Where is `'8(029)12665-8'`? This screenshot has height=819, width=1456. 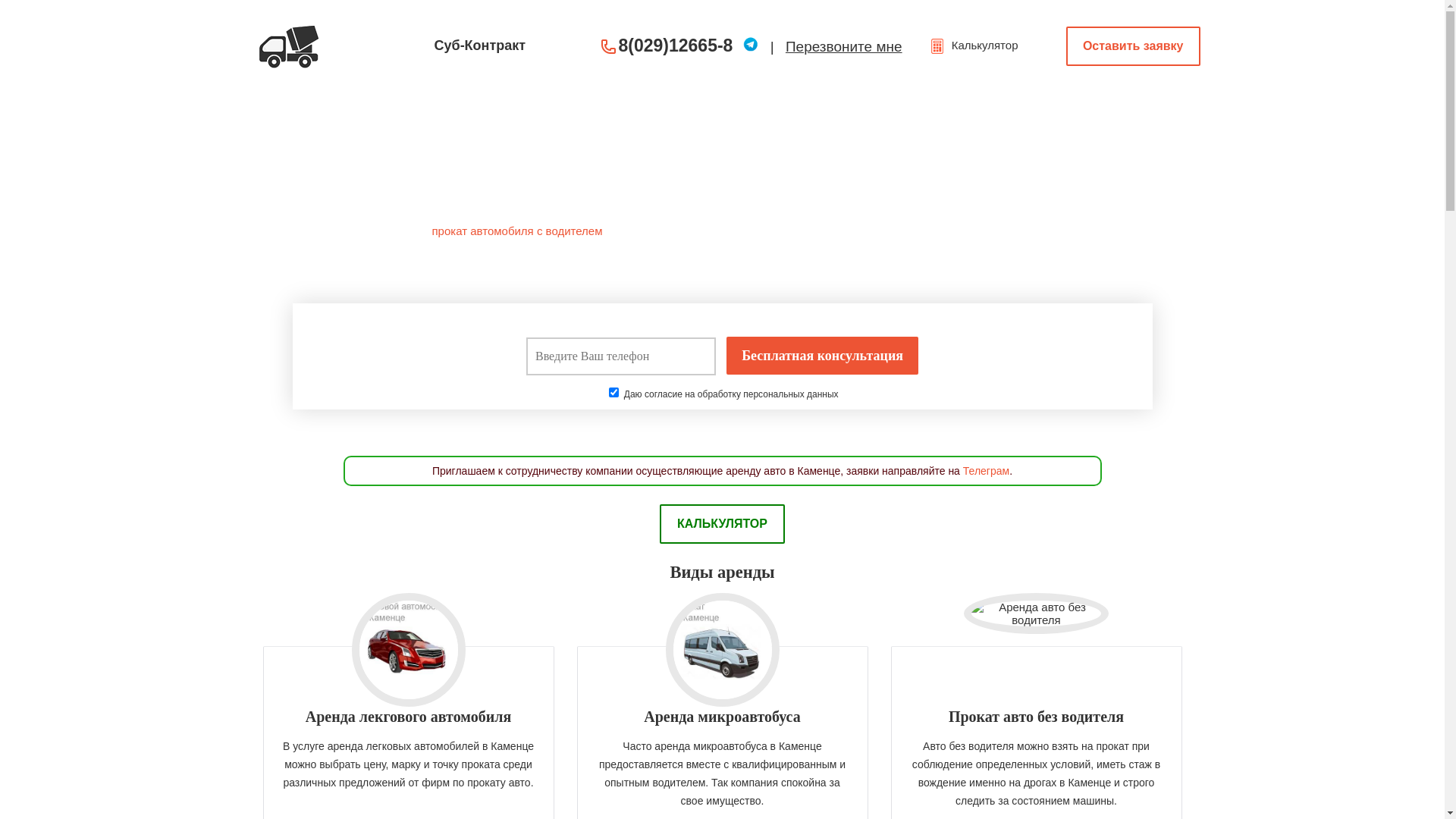 '8(029)12665-8' is located at coordinates (675, 45).